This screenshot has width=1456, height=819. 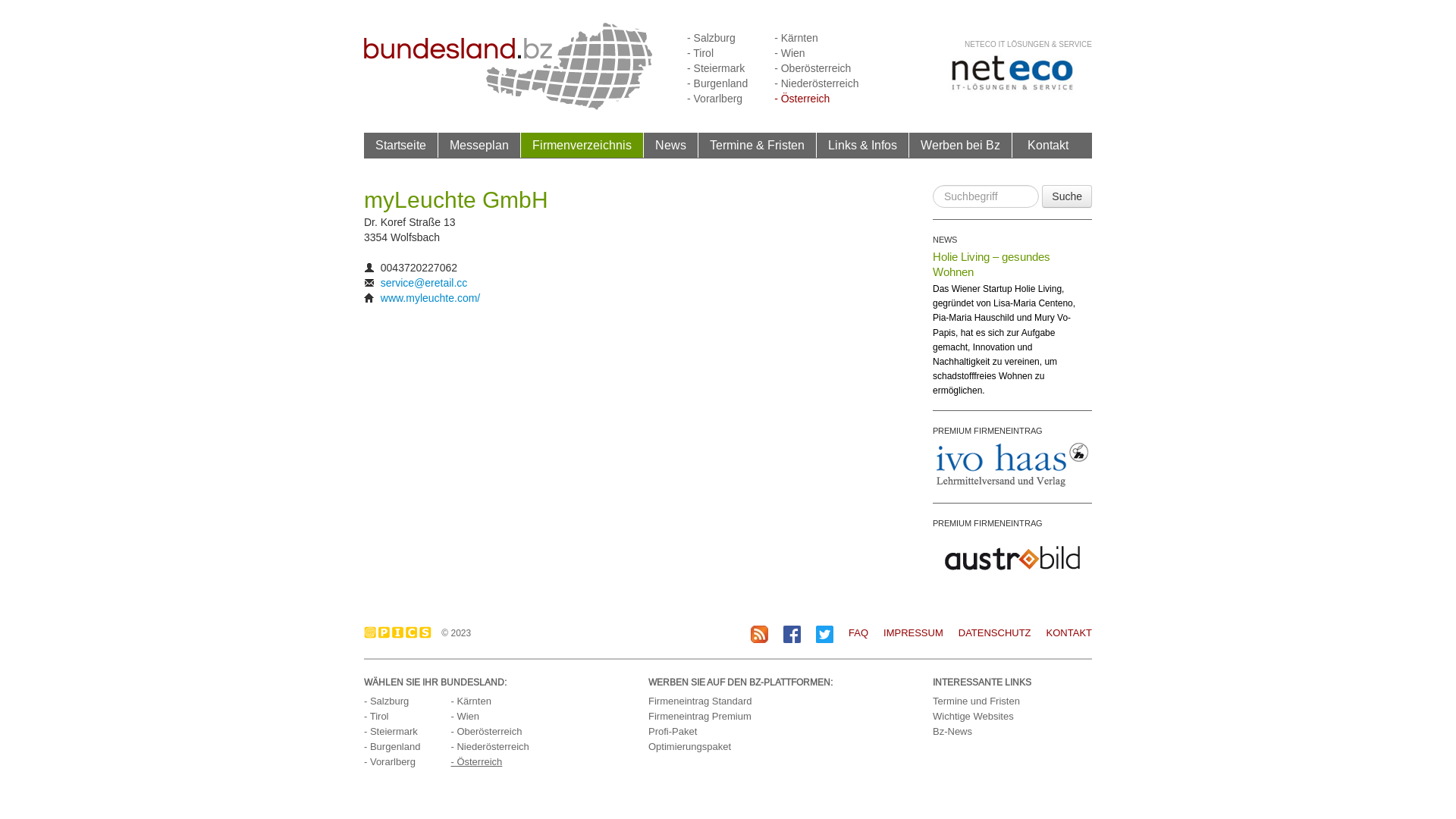 What do you see at coordinates (862, 145) in the screenshot?
I see `'Links & Infos'` at bounding box center [862, 145].